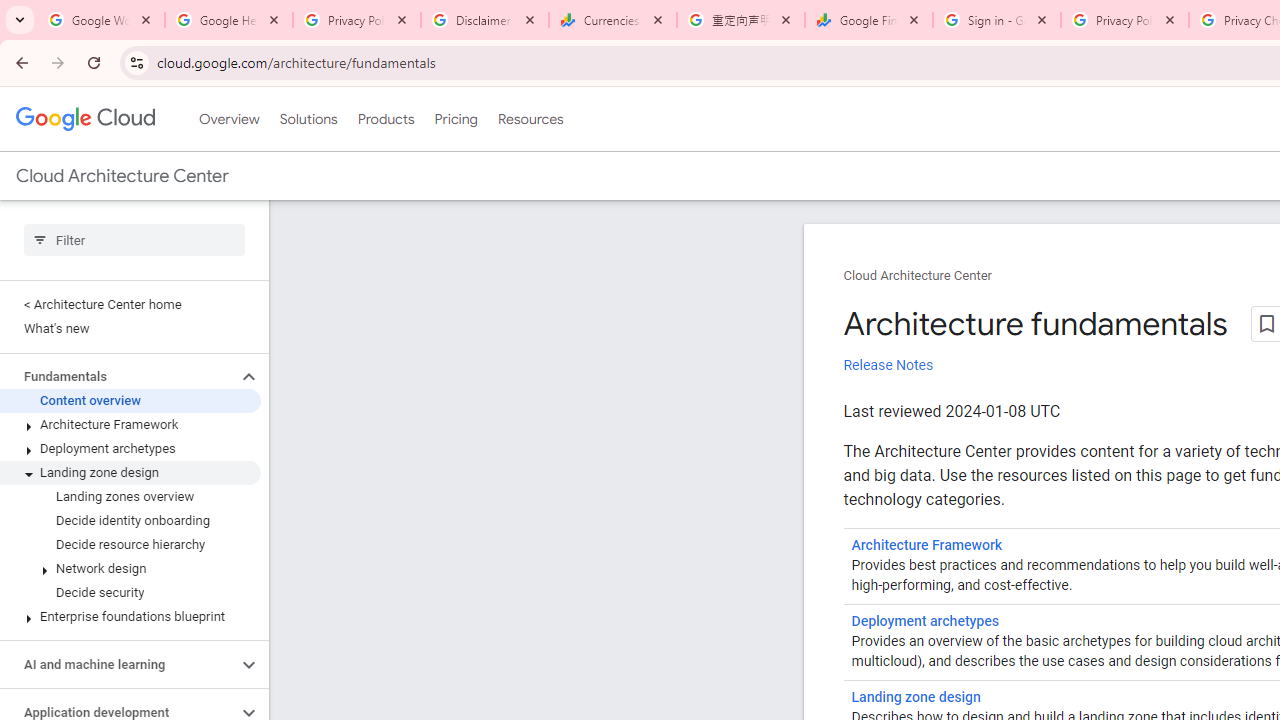 The height and width of the screenshot is (720, 1280). I want to click on 'Sign in - Google Accounts', so click(997, 20).